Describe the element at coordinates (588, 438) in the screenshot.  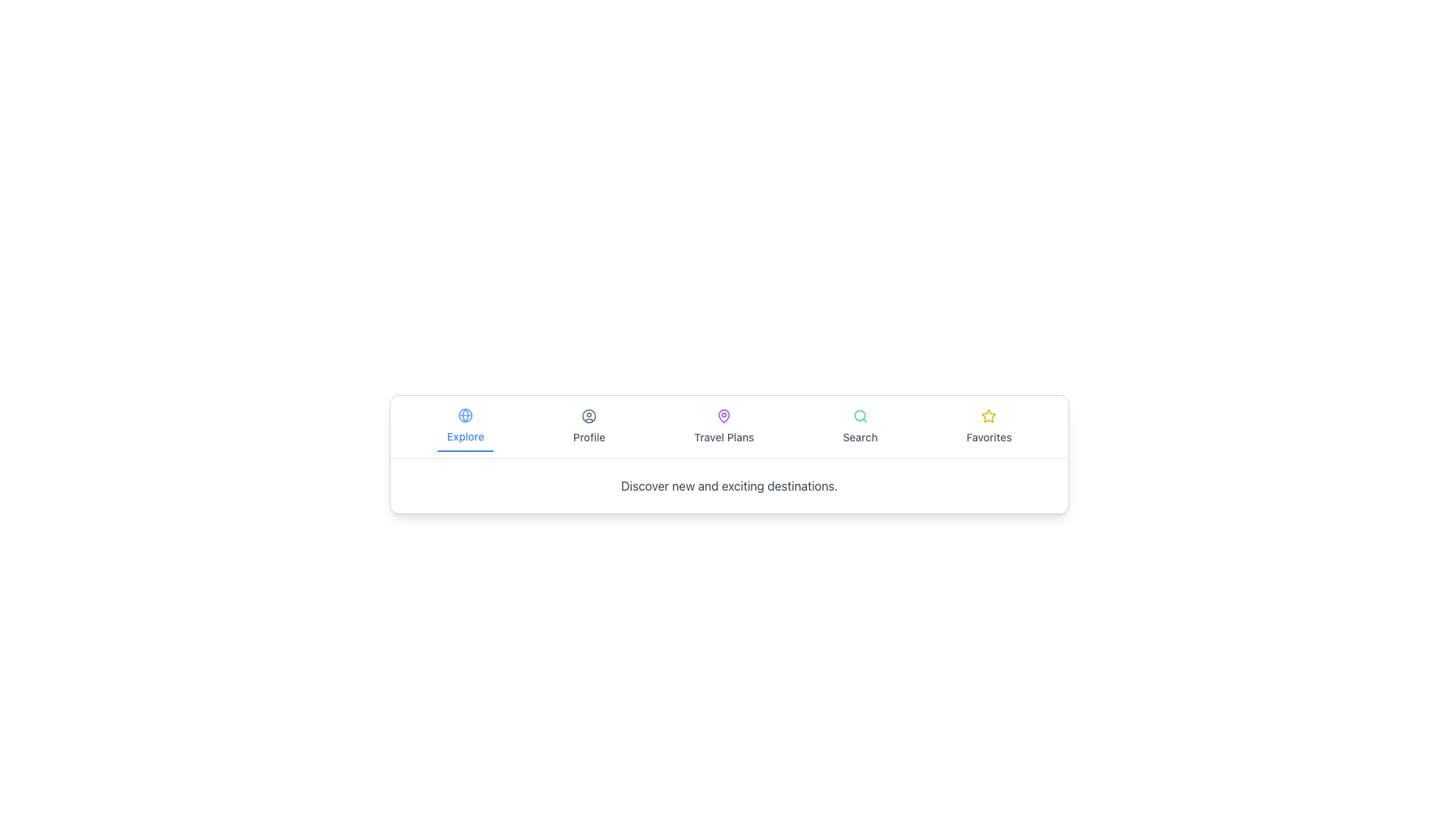
I see `the text label displaying 'Profile' located below the user icon in the bottom navigation bar` at that location.